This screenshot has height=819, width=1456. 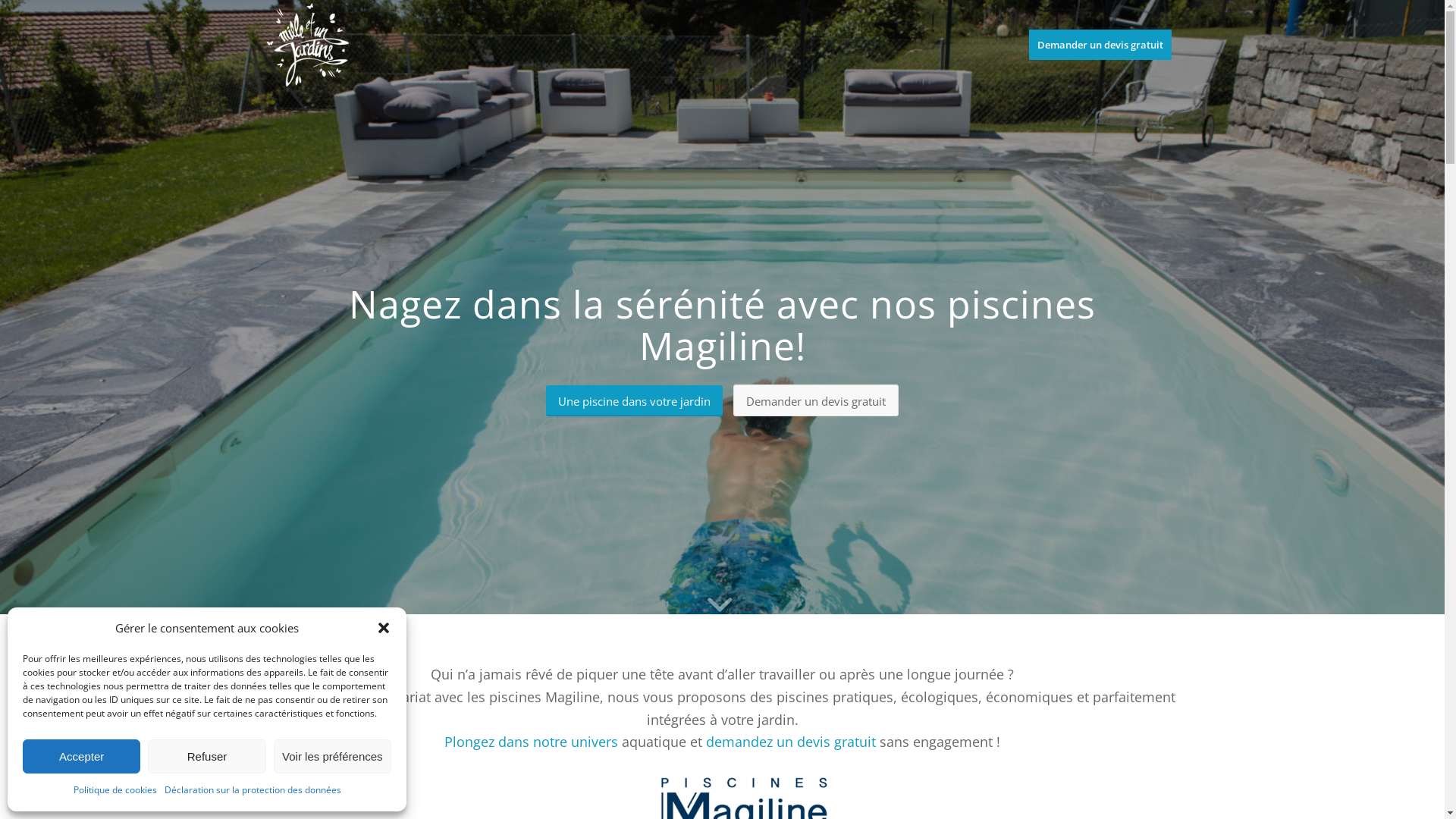 What do you see at coordinates (531, 741) in the screenshot?
I see `'Plongez dans notre univers'` at bounding box center [531, 741].